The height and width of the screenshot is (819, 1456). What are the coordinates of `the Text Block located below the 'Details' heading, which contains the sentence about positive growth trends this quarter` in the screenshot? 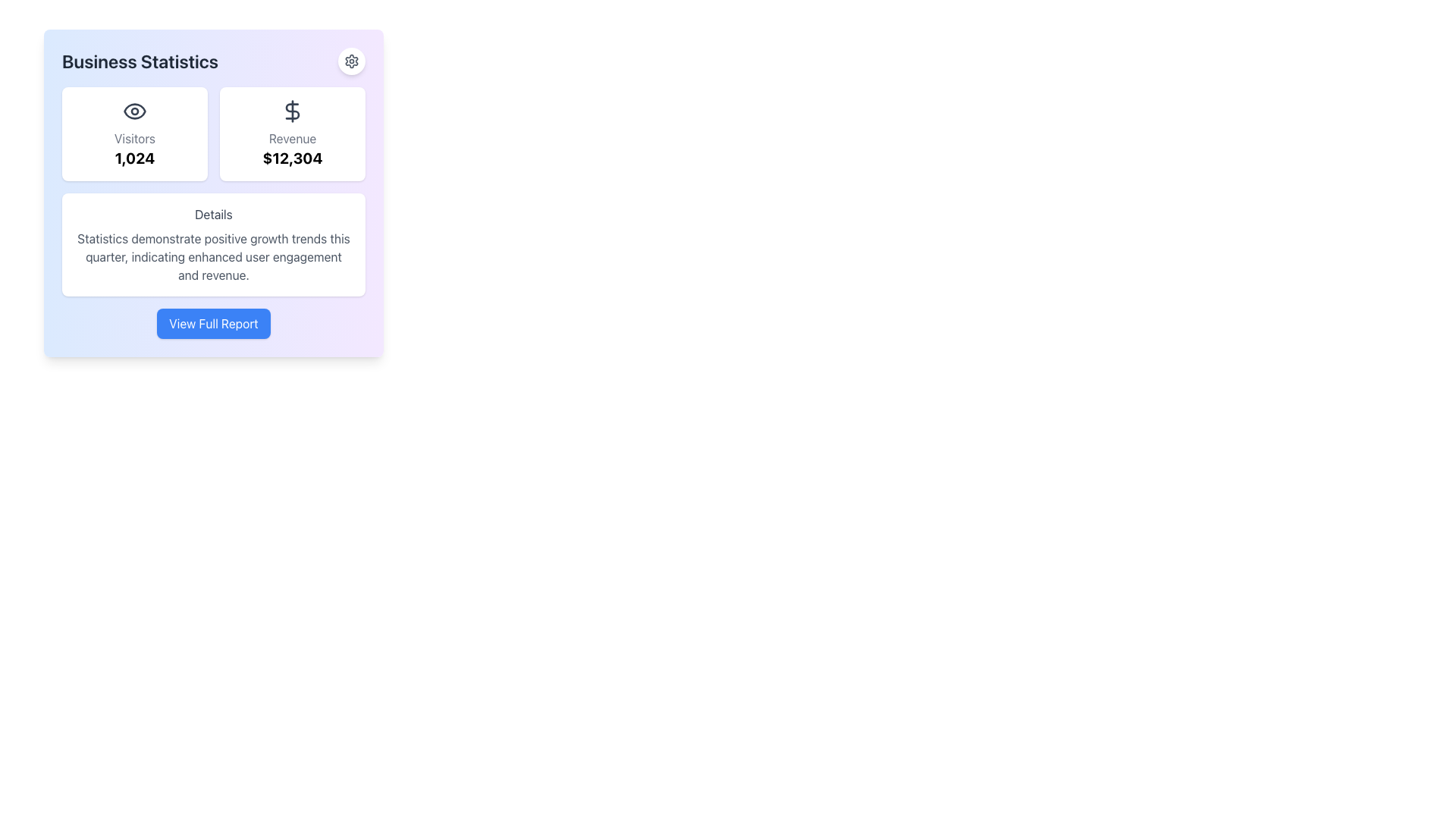 It's located at (213, 256).